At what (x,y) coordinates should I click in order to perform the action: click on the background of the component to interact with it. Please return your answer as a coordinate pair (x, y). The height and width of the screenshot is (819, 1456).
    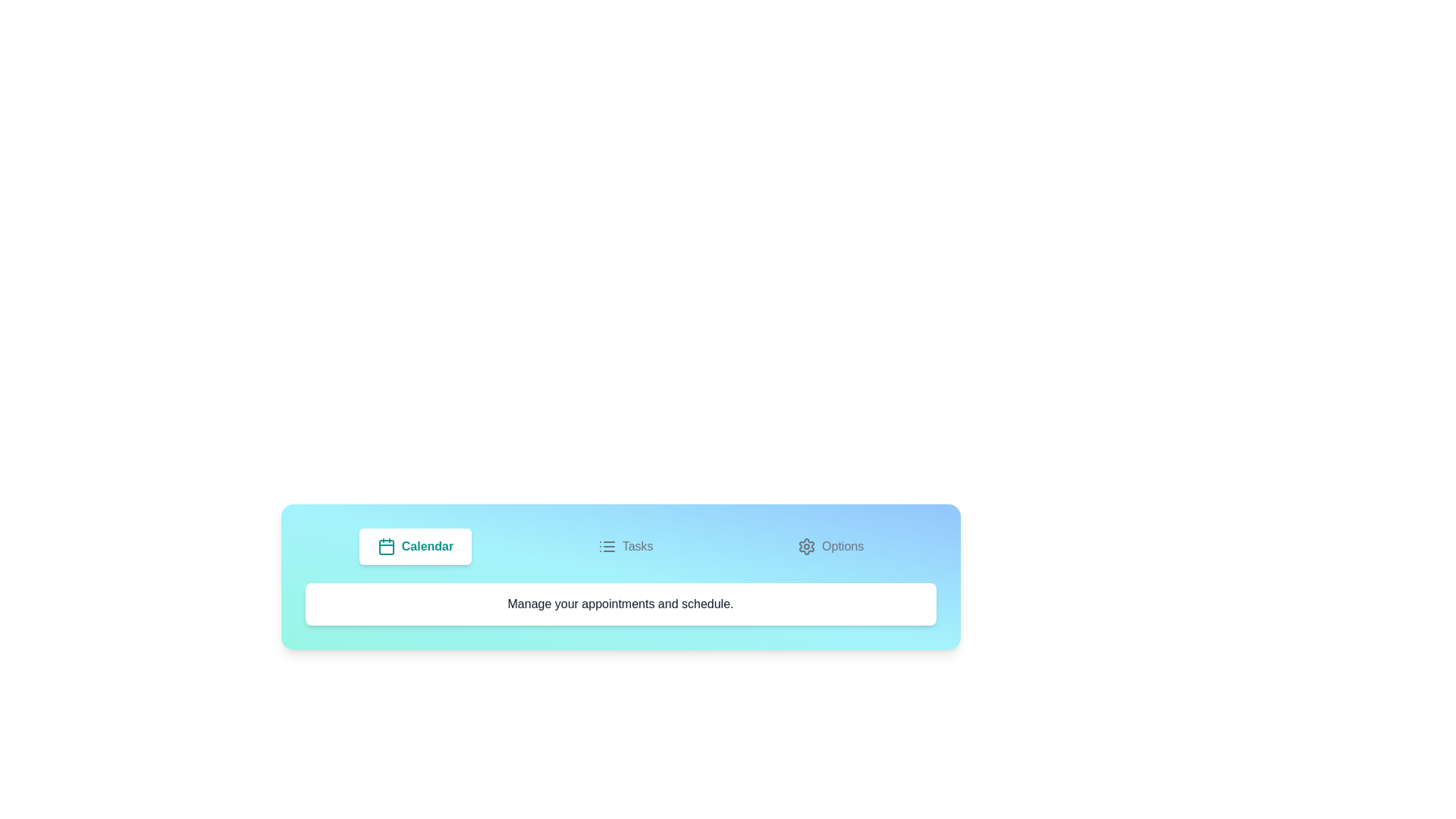
    Looking at the image, I should click on (620, 576).